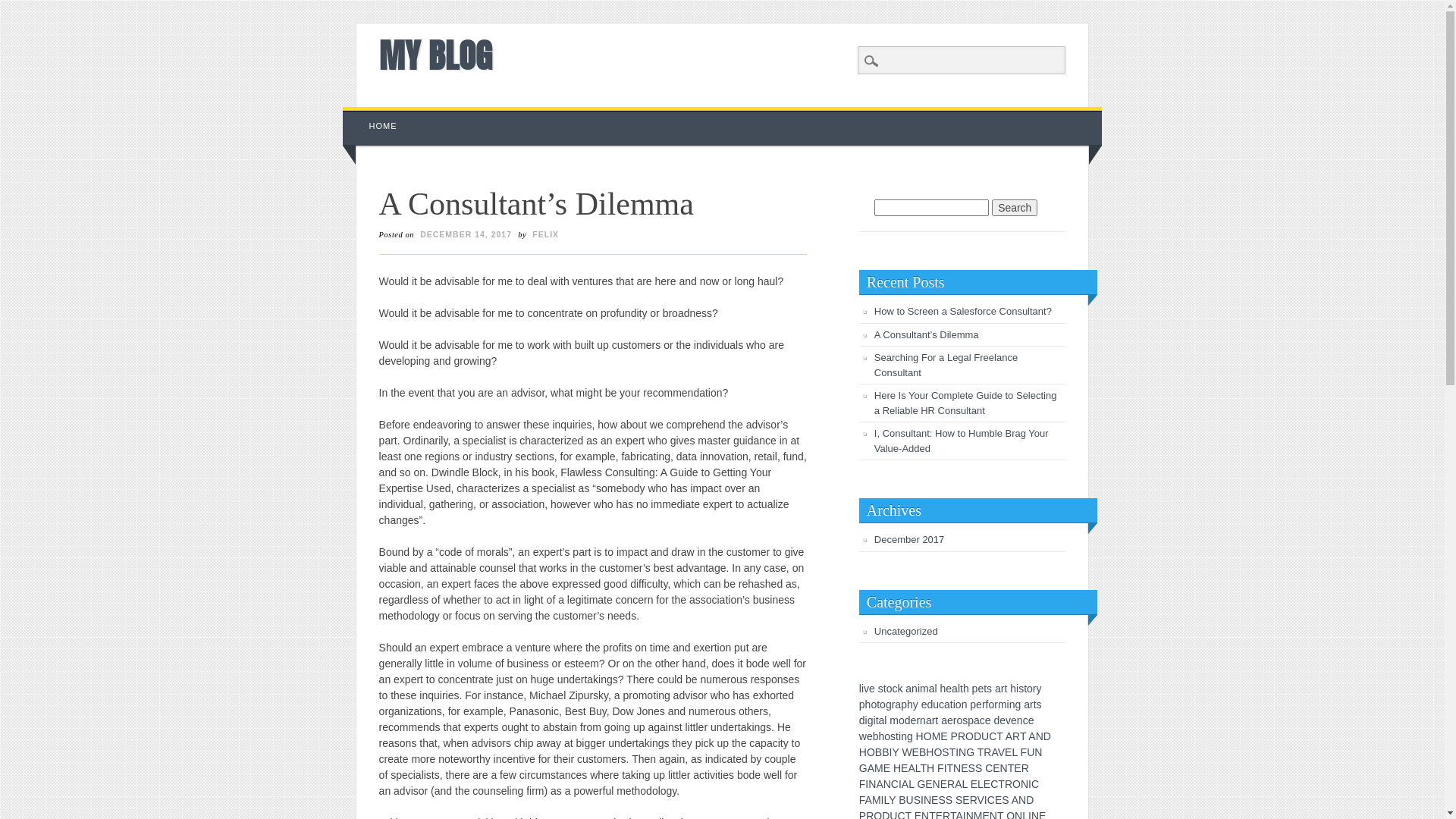  I want to click on 'How to Screen a Salesforce Consultant?', so click(962, 310).